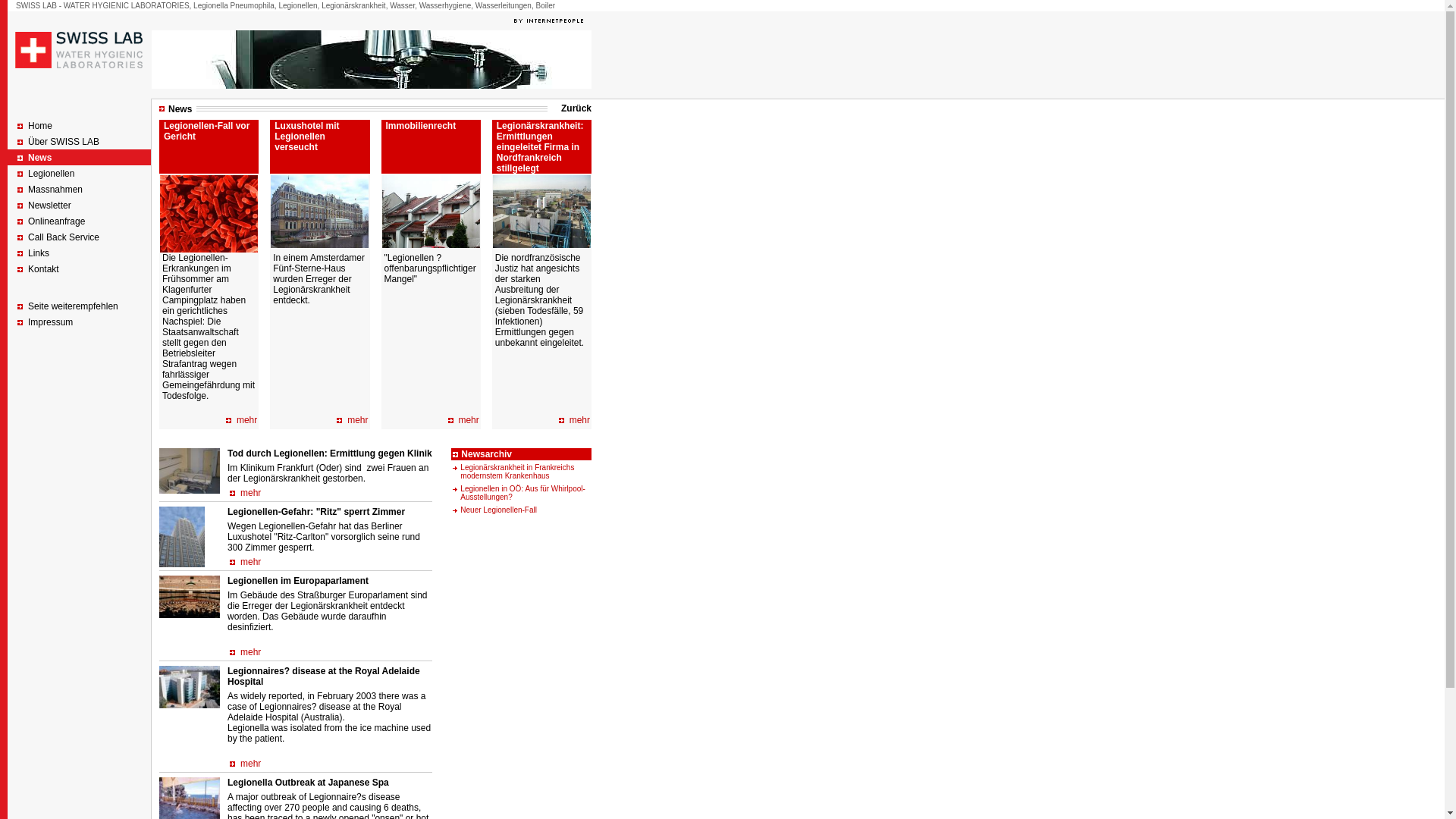 The height and width of the screenshot is (819, 1456). What do you see at coordinates (250, 651) in the screenshot?
I see `'mehr'` at bounding box center [250, 651].